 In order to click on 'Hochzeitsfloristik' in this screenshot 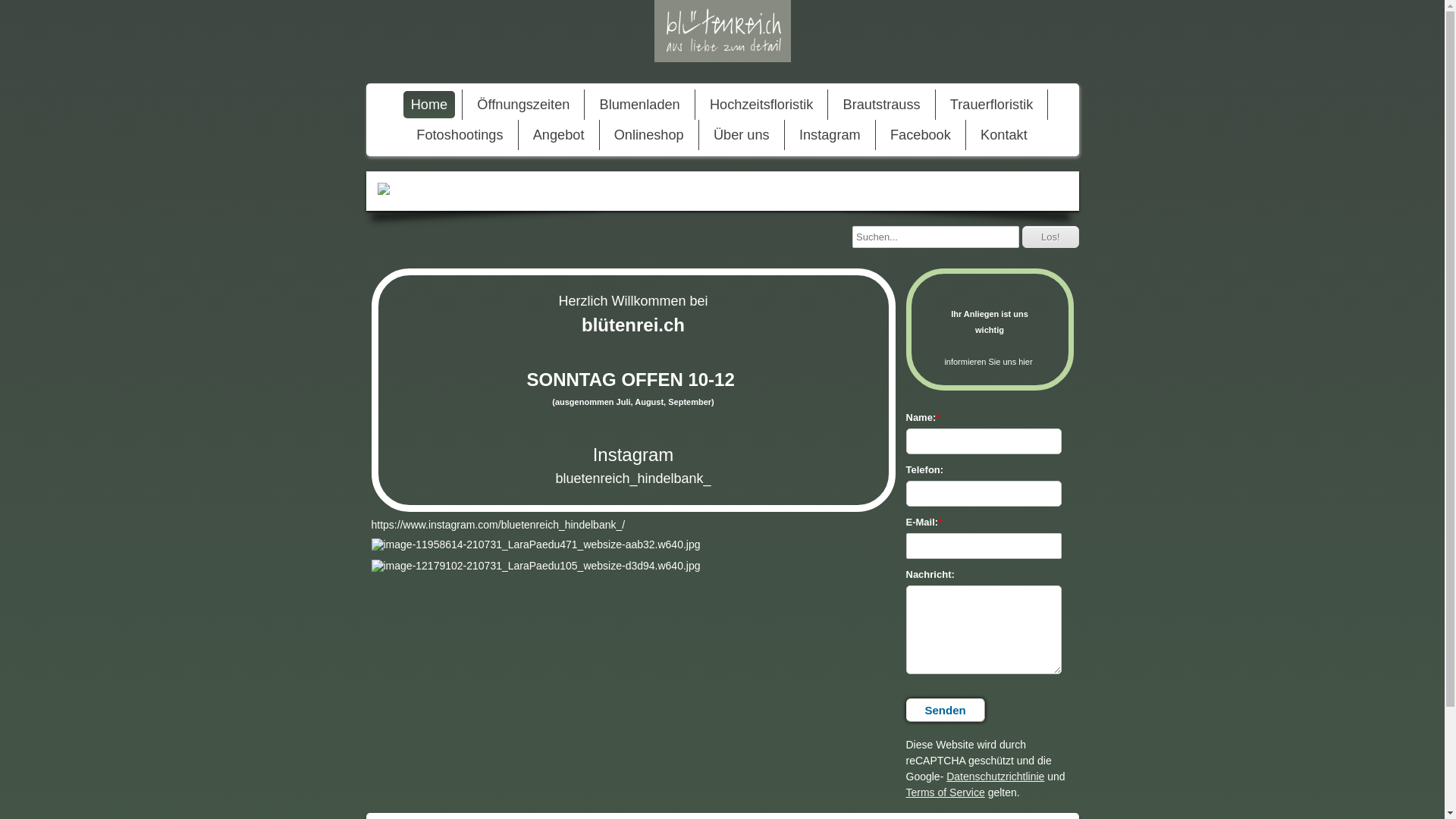, I will do `click(761, 104)`.